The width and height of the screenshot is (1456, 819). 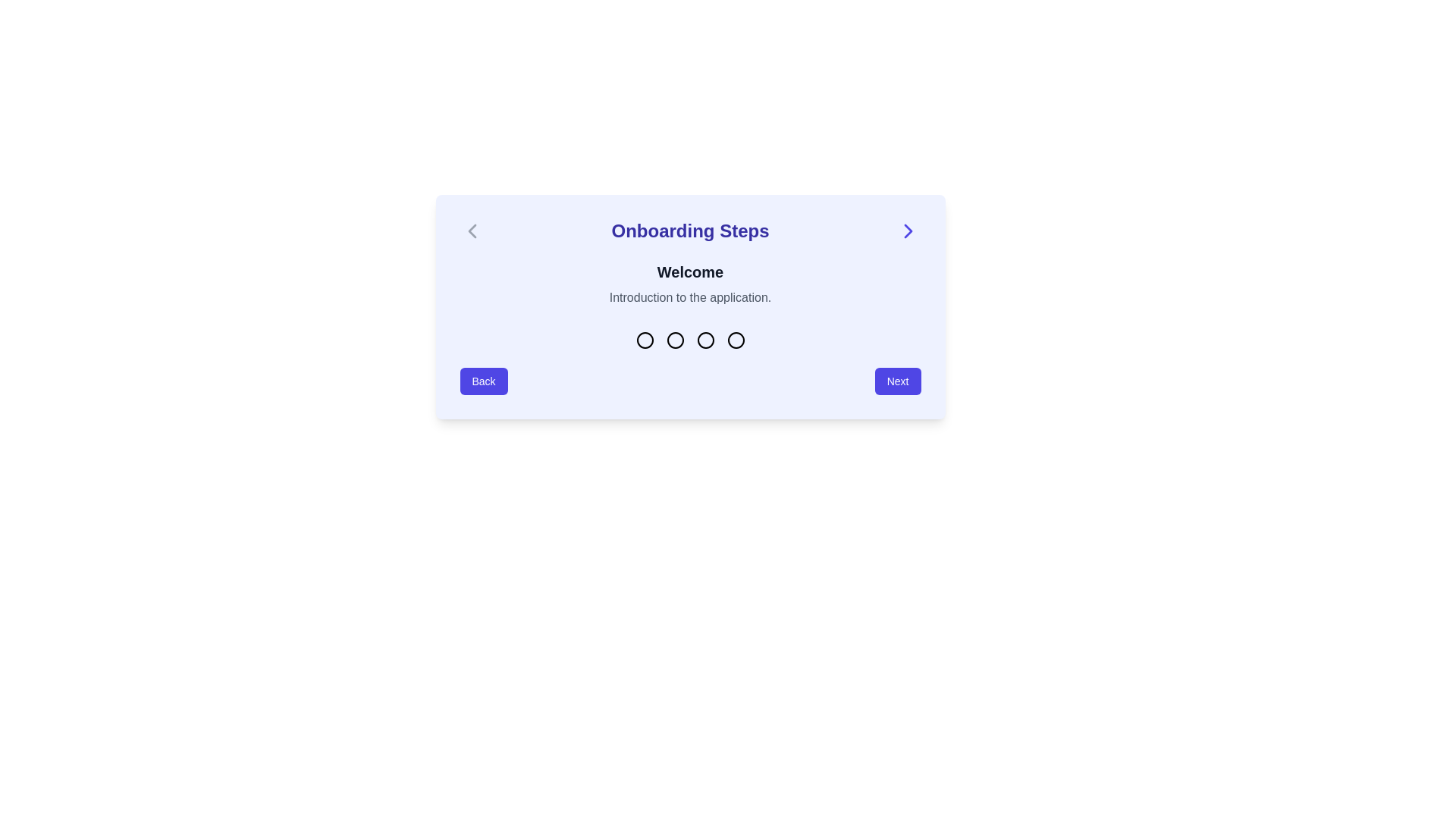 What do you see at coordinates (689, 271) in the screenshot?
I see `the heading text label located at the top-center of the panel, which welcomes users to the application, positioned above the text 'Introduction to the application.'` at bounding box center [689, 271].